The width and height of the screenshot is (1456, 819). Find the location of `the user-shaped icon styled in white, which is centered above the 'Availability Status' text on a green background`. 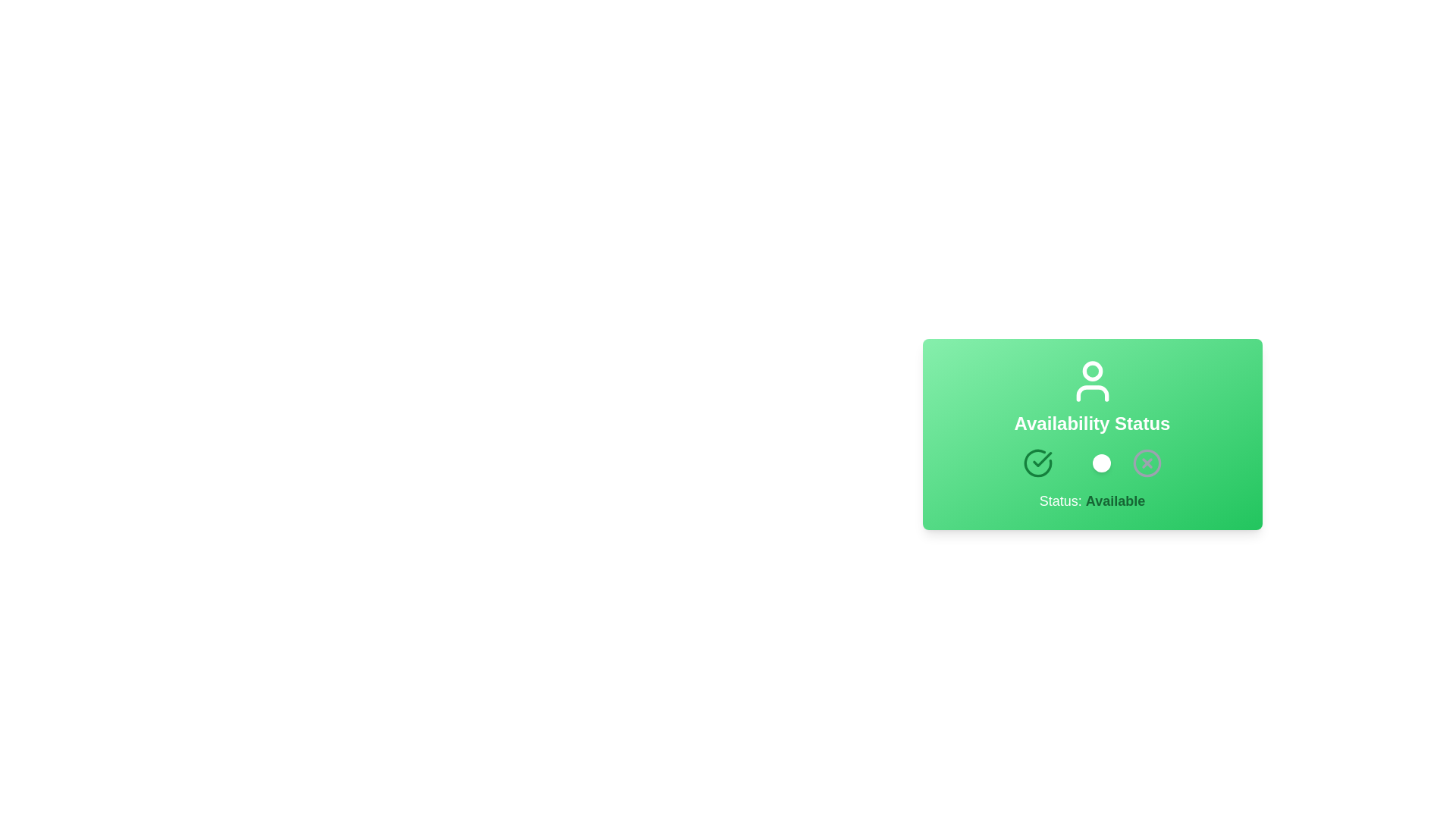

the user-shaped icon styled in white, which is centered above the 'Availability Status' text on a green background is located at coordinates (1092, 380).